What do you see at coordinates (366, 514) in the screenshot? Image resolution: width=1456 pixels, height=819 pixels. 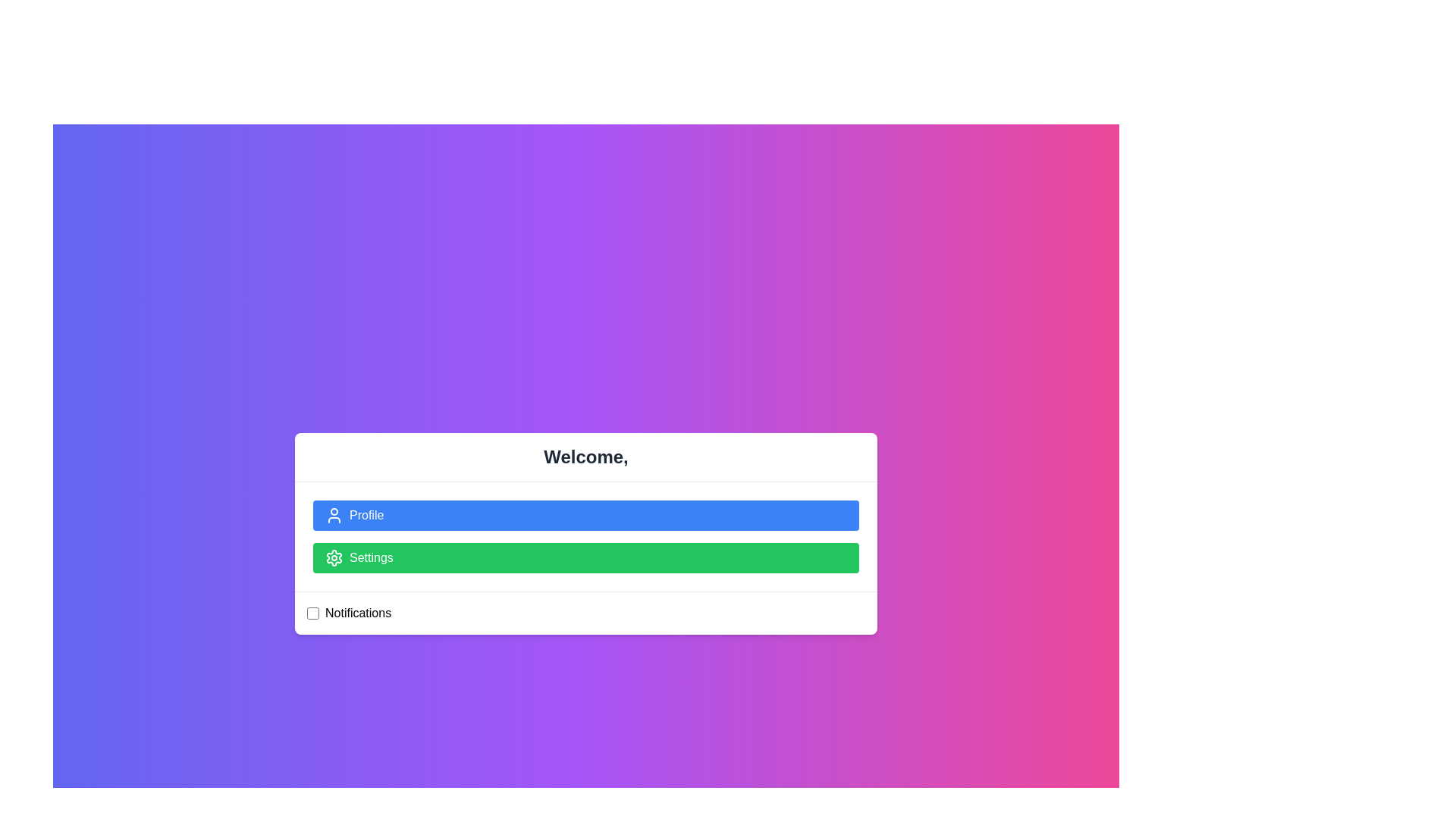 I see `the 'Profile' text label which is displayed in white font within a horizontally elongated blue button, located at the top of the options list below the 'Welcome' heading` at bounding box center [366, 514].